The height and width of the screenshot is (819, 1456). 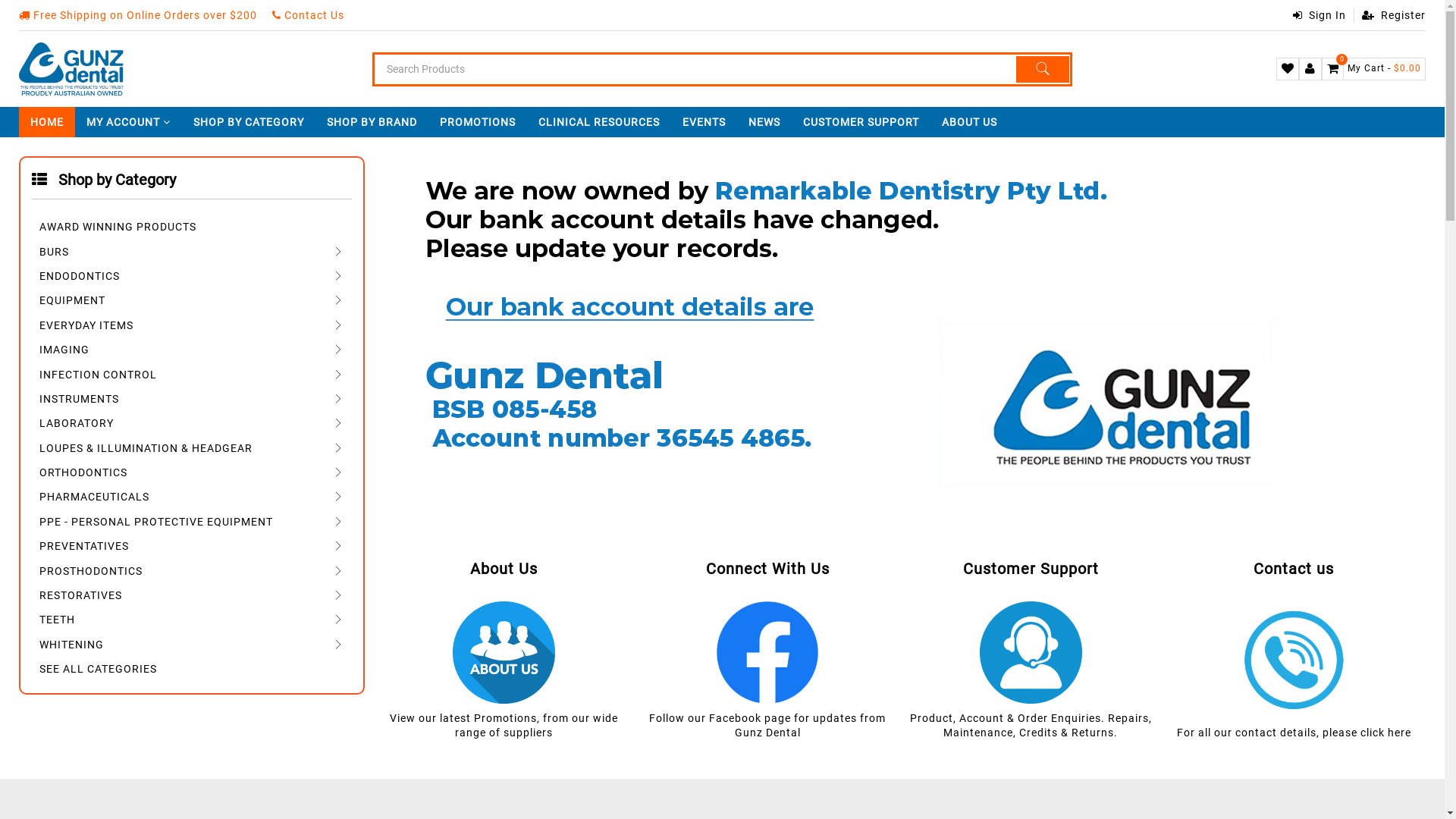 What do you see at coordinates (32, 447) in the screenshot?
I see `'LOUPES & ILLUMINATION & HEADGEAR'` at bounding box center [32, 447].